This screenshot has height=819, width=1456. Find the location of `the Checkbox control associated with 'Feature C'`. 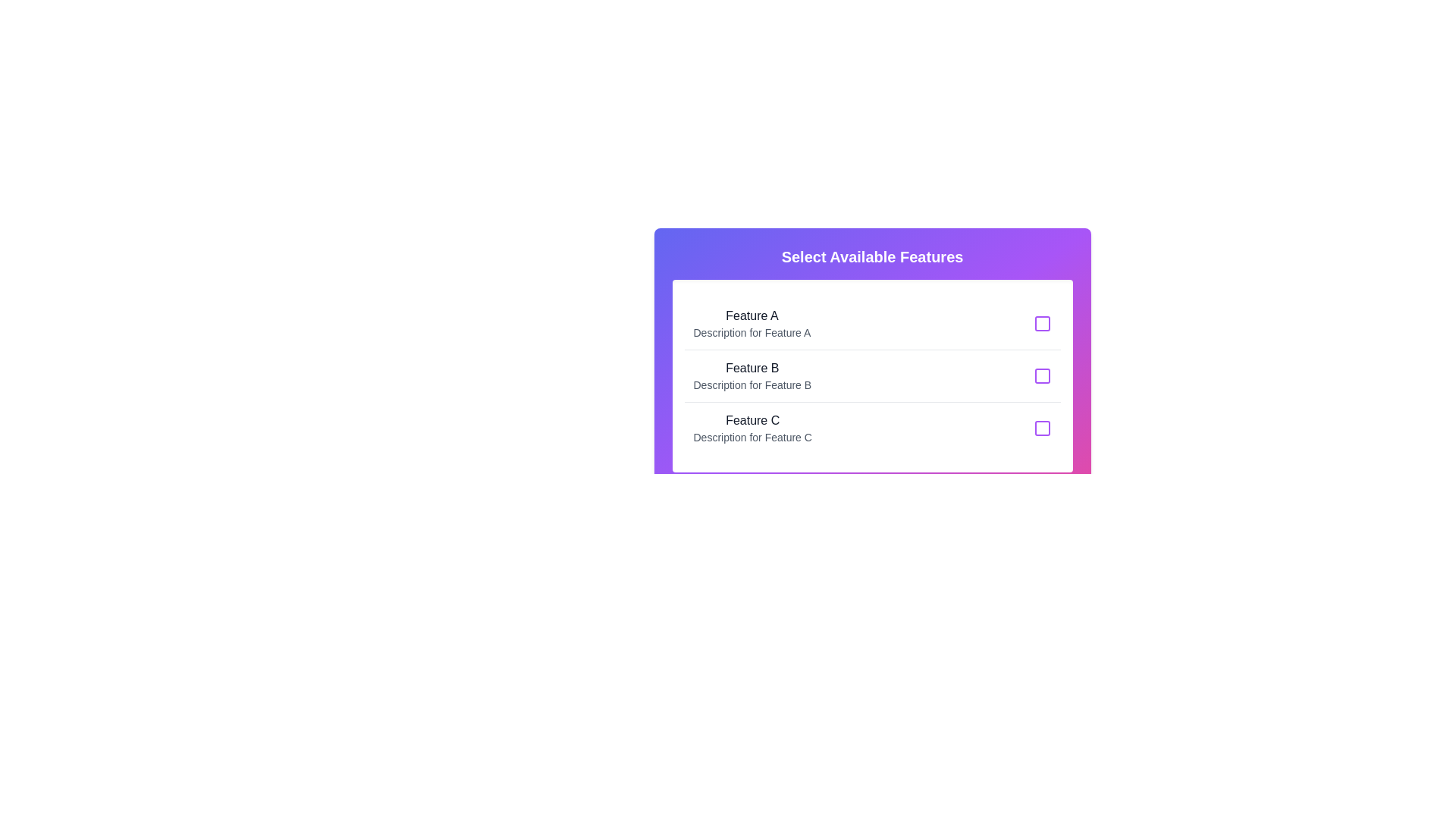

the Checkbox control associated with 'Feature C' is located at coordinates (1041, 428).